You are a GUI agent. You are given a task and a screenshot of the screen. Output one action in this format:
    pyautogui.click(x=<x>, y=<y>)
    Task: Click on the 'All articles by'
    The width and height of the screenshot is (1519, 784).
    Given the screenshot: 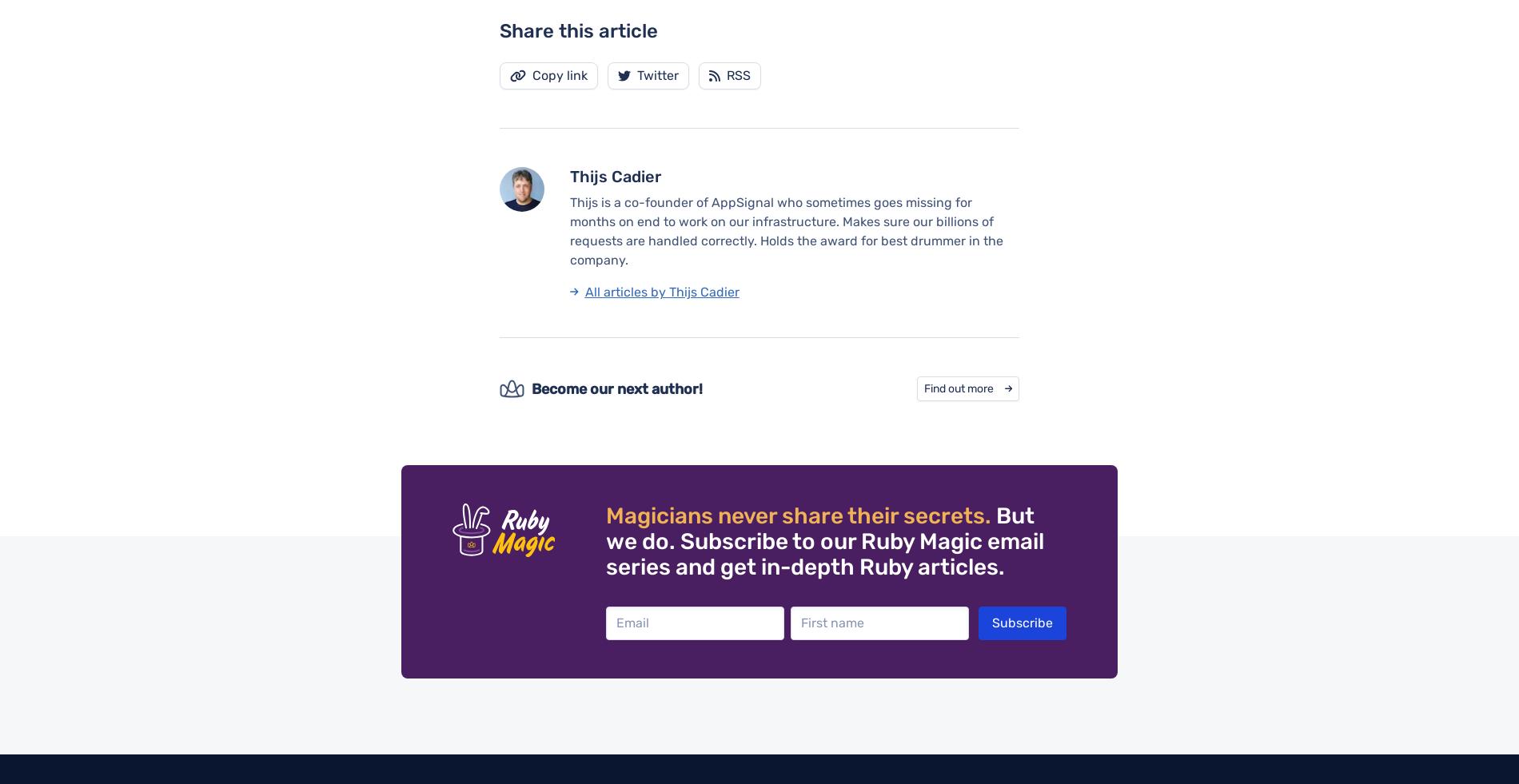 What is the action you would take?
    pyautogui.click(x=625, y=290)
    